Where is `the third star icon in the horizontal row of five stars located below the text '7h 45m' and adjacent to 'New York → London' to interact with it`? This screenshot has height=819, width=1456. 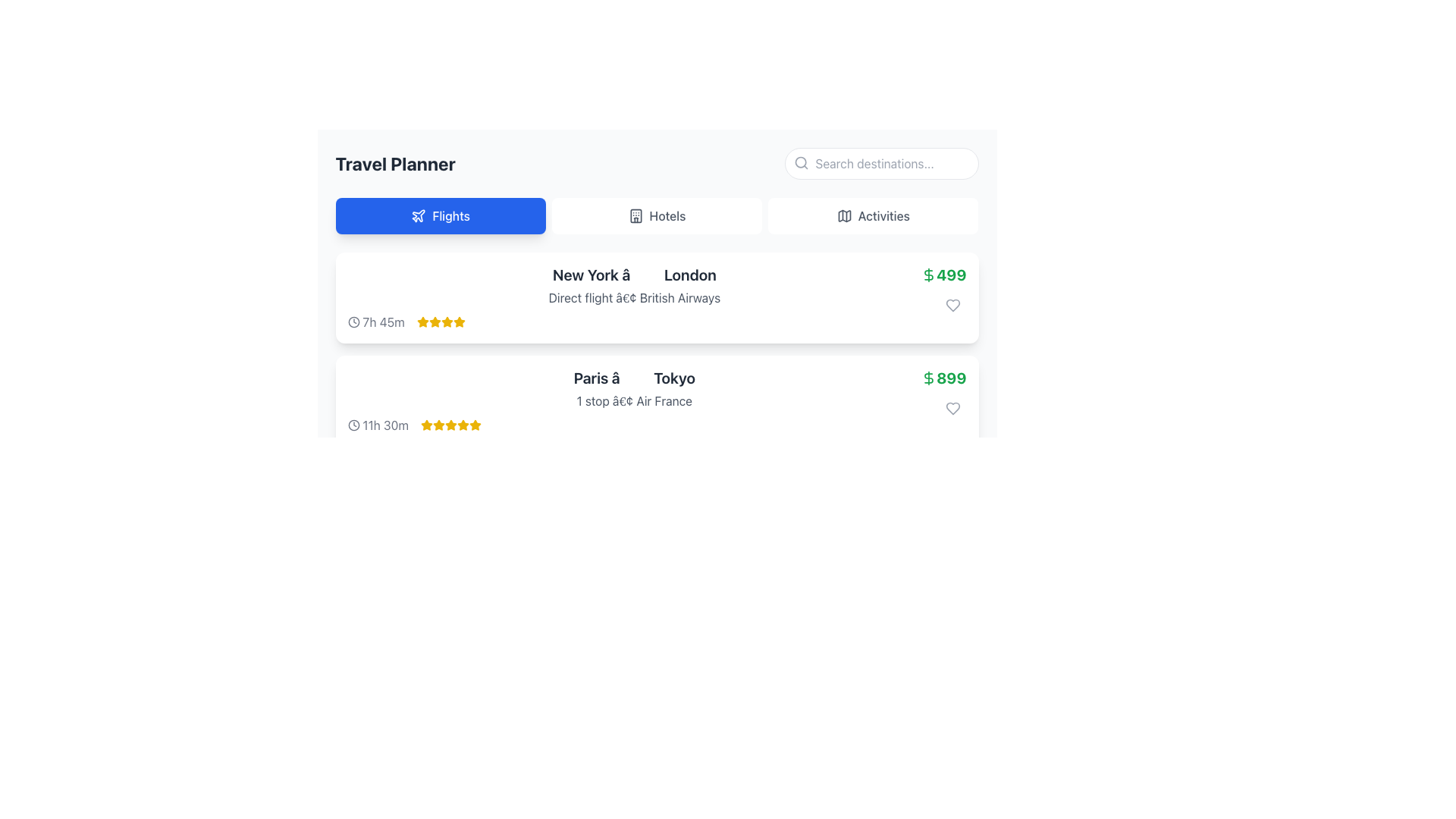
the third star icon in the horizontal row of five stars located below the text '7h 45m' and adjacent to 'New York → London' to interact with it is located at coordinates (434, 321).